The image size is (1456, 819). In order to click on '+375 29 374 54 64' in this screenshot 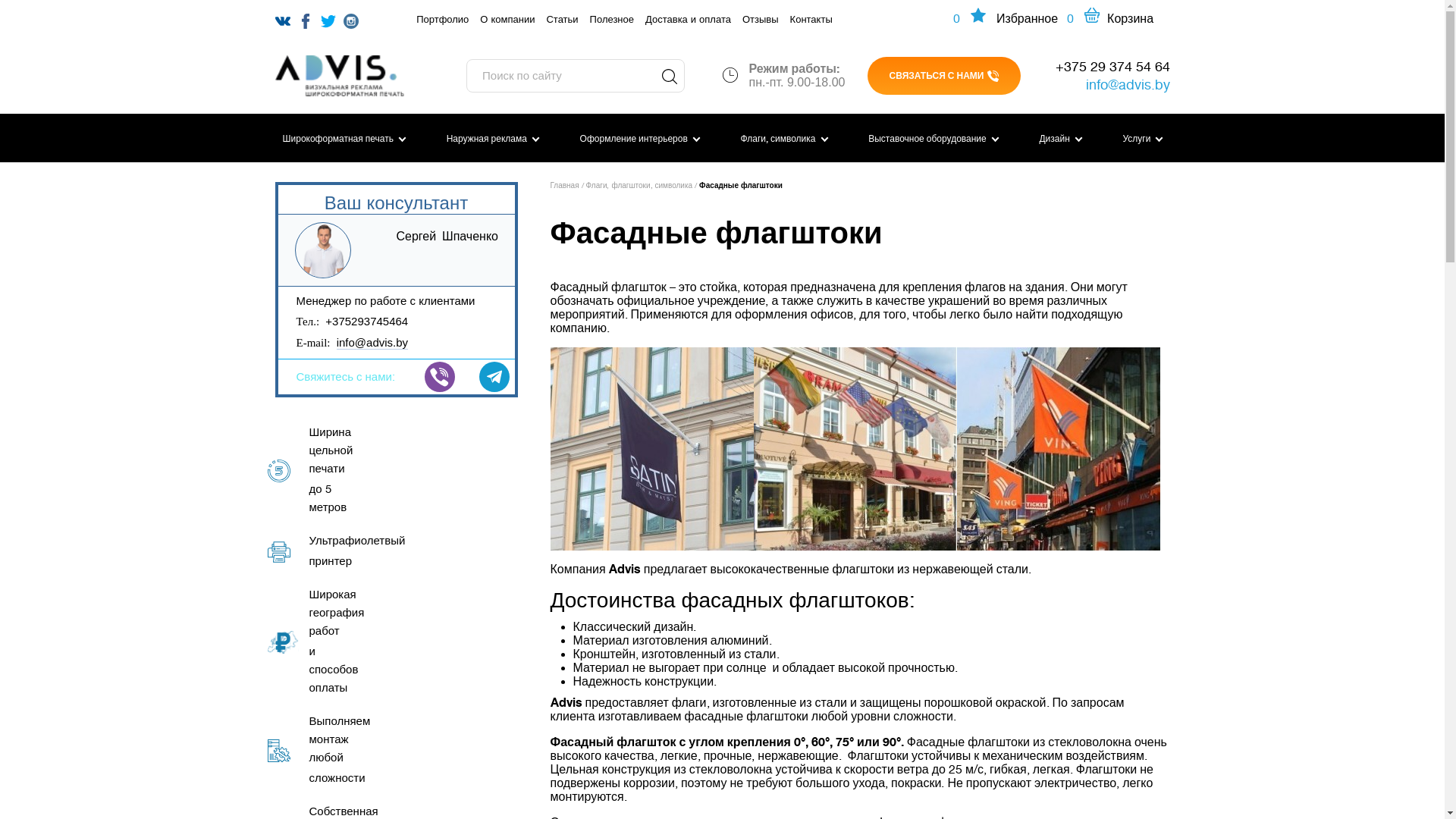, I will do `click(1039, 66)`.